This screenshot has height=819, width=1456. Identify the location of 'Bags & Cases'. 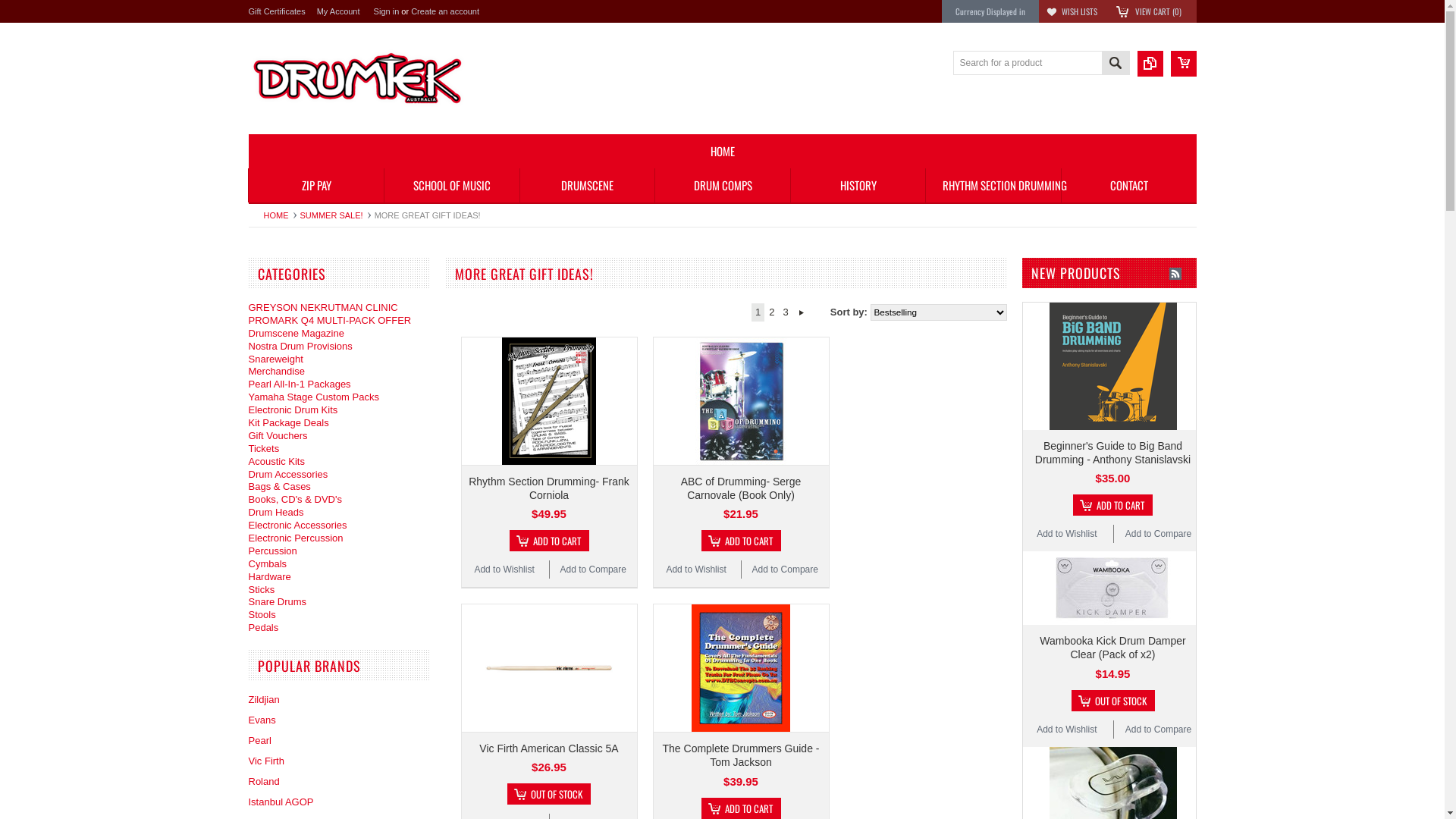
(280, 486).